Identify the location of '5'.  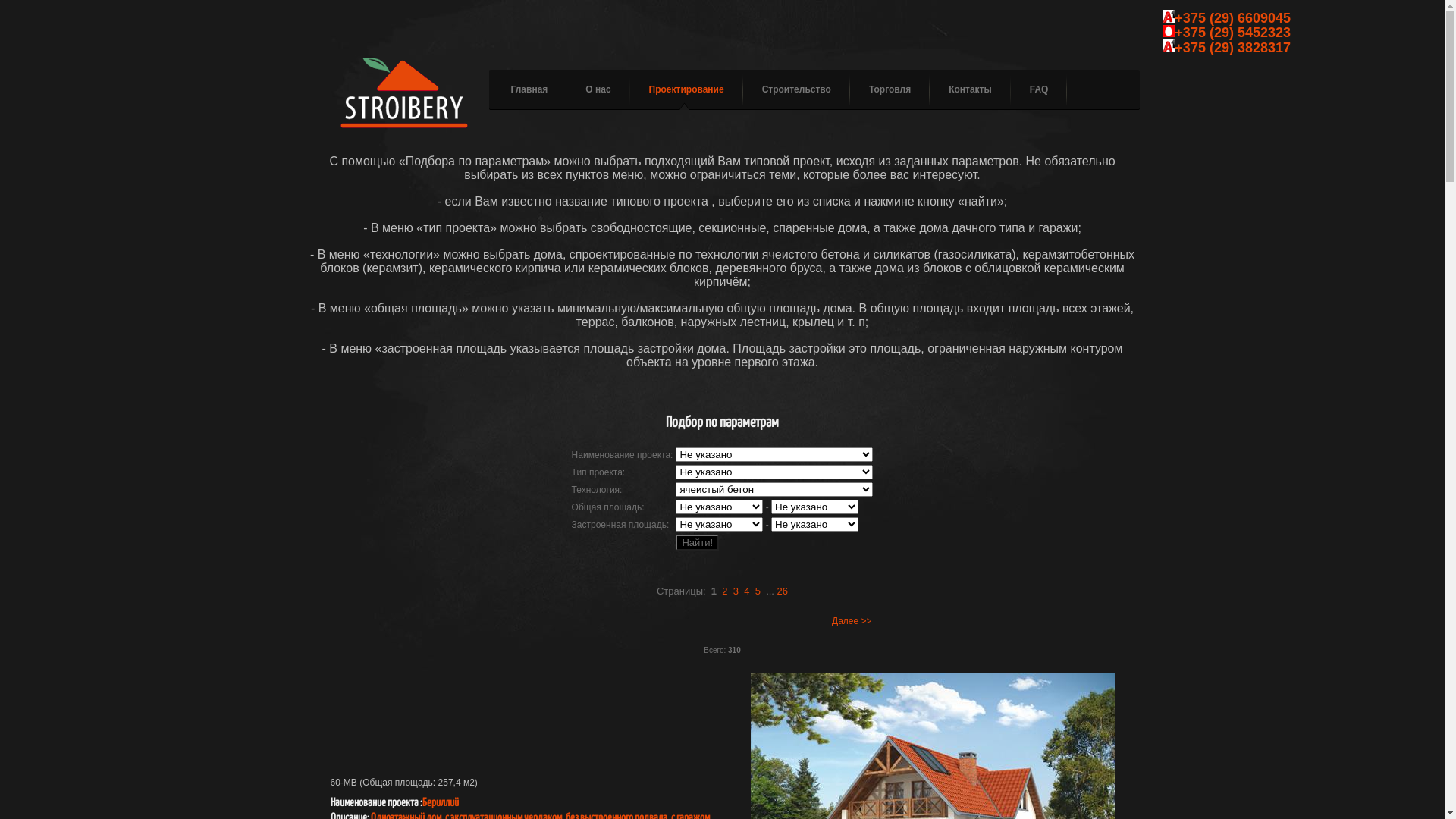
(758, 590).